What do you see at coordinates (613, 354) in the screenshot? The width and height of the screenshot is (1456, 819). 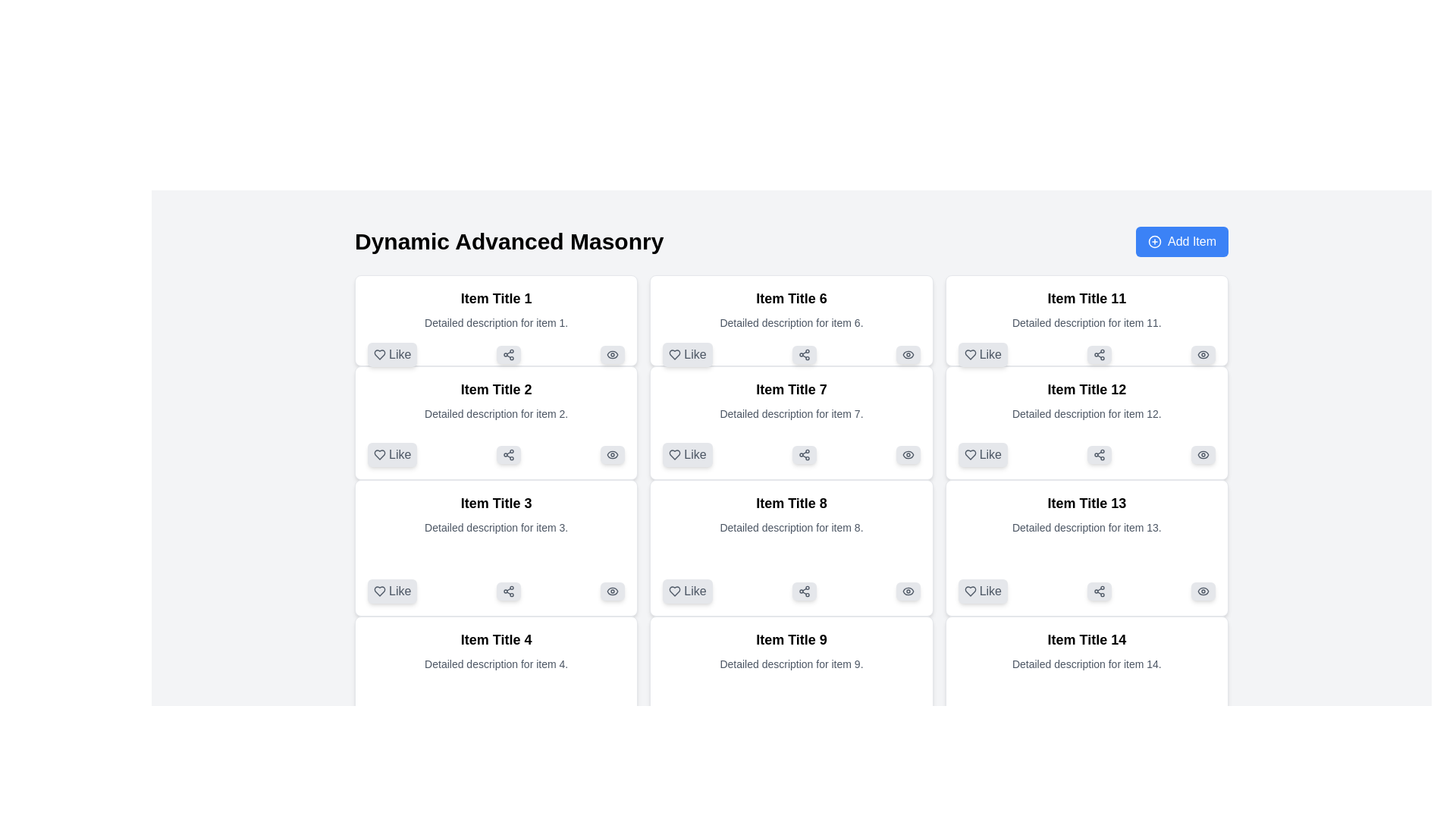 I see `the button styled with a light gray background and a dark gray eye-shaped icon` at bounding box center [613, 354].